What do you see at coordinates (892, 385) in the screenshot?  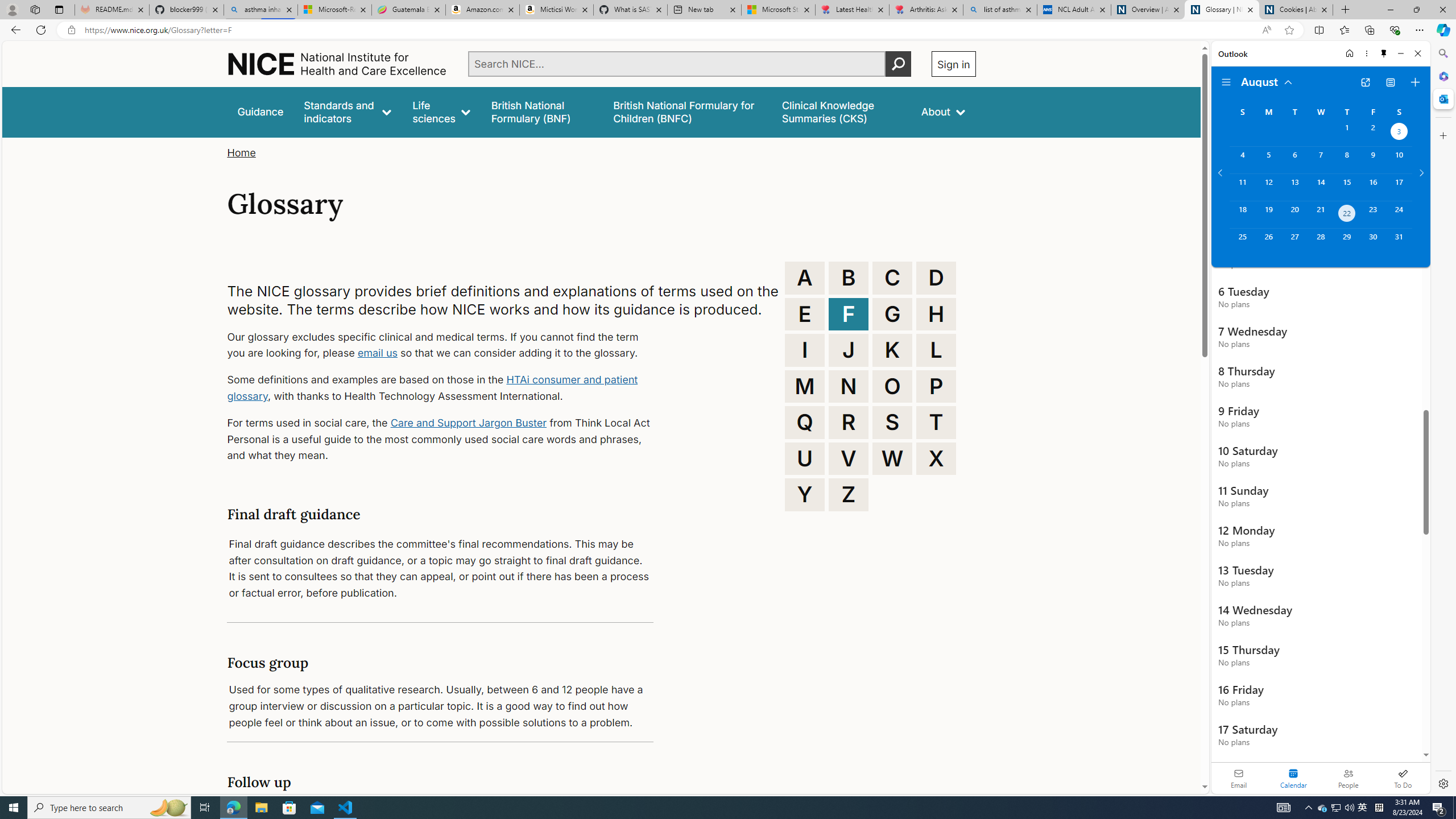 I see `'O'` at bounding box center [892, 385].